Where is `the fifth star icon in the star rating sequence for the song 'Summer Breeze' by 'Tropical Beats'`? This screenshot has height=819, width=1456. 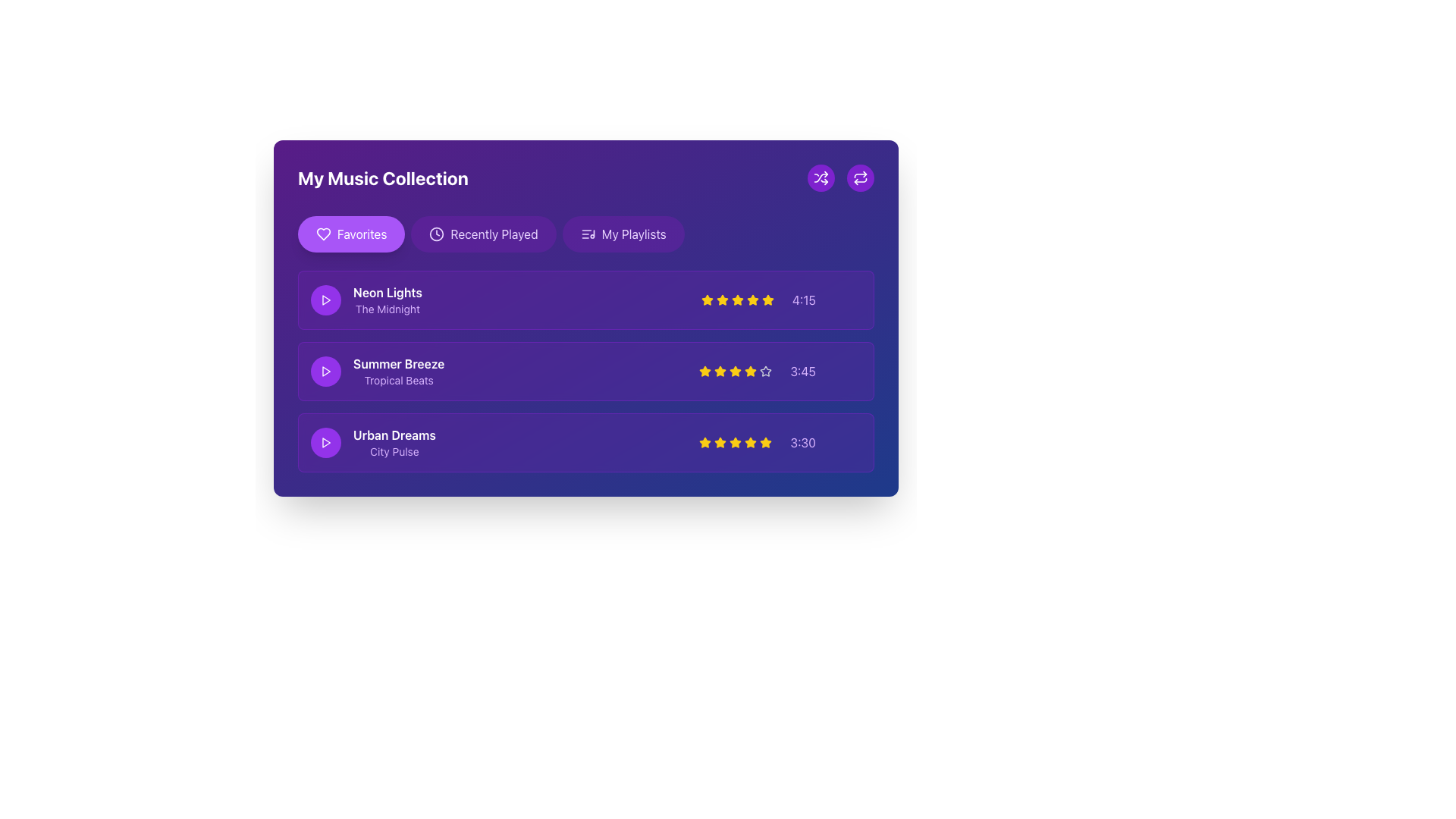 the fifth star icon in the star rating sequence for the song 'Summer Breeze' by 'Tropical Beats' is located at coordinates (766, 371).